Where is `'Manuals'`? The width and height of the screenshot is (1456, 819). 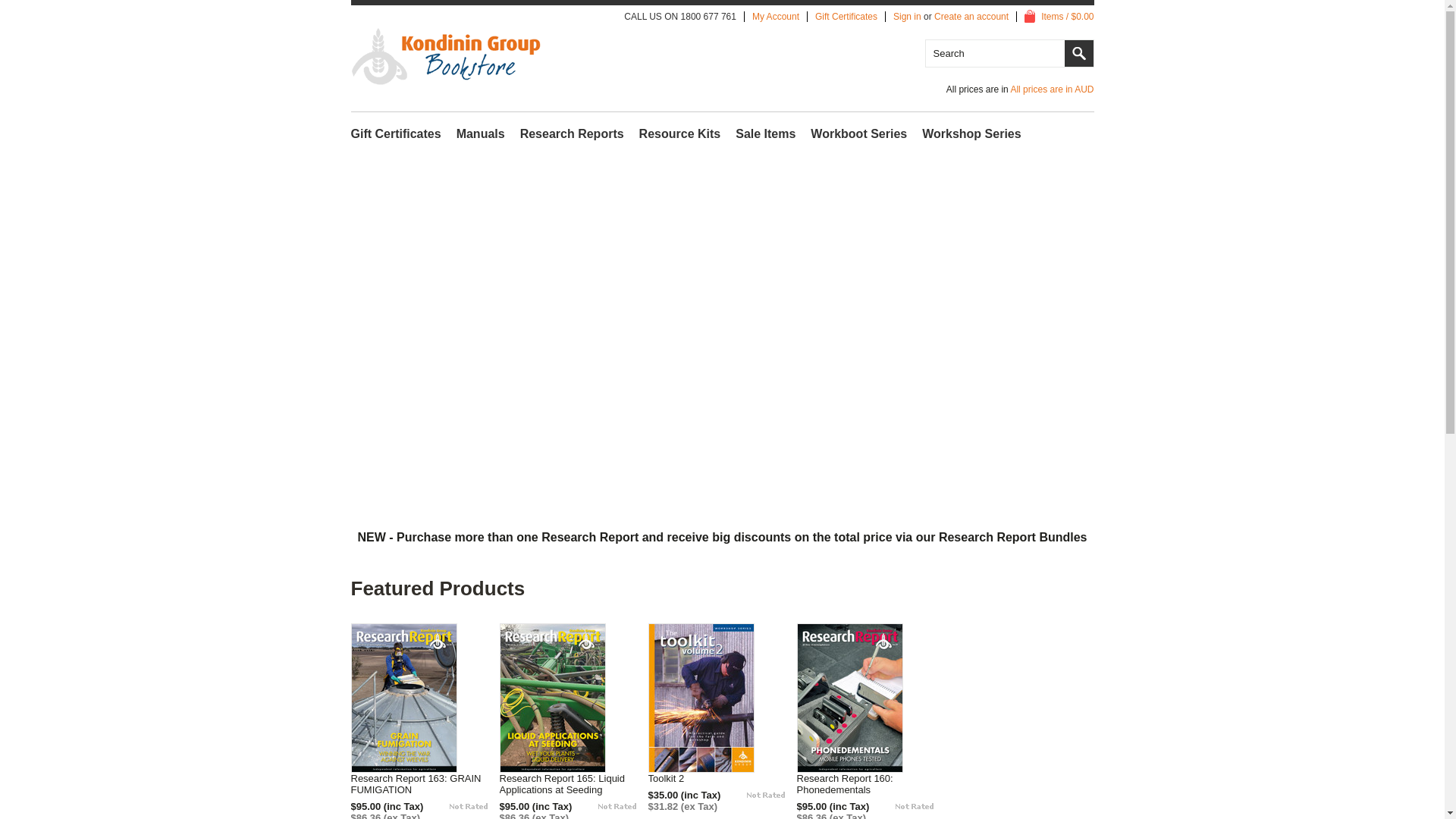 'Manuals' is located at coordinates (479, 133).